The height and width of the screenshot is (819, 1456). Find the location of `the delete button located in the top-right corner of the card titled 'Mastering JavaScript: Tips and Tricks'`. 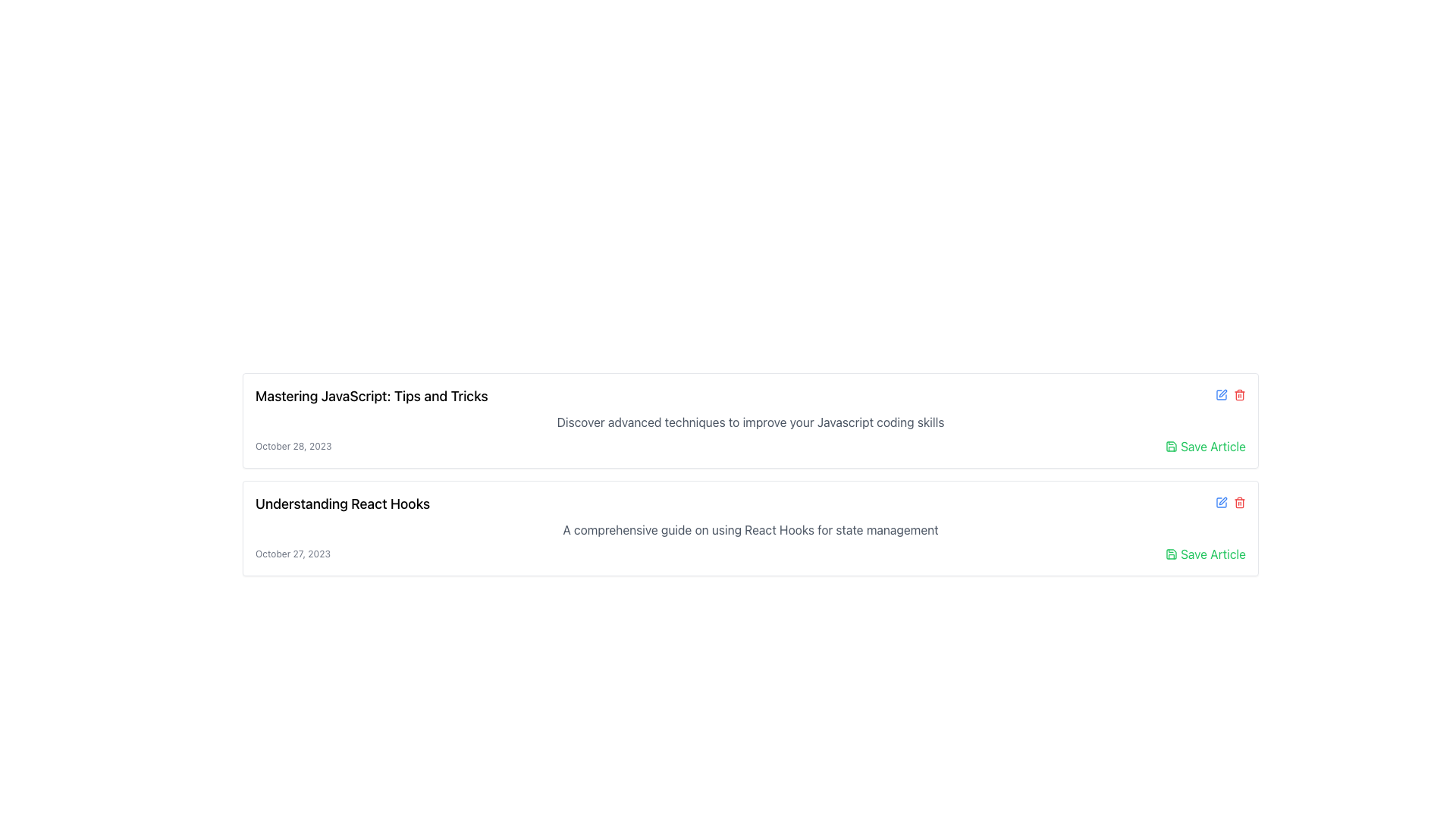

the delete button located in the top-right corner of the card titled 'Mastering JavaScript: Tips and Tricks' is located at coordinates (1230, 396).